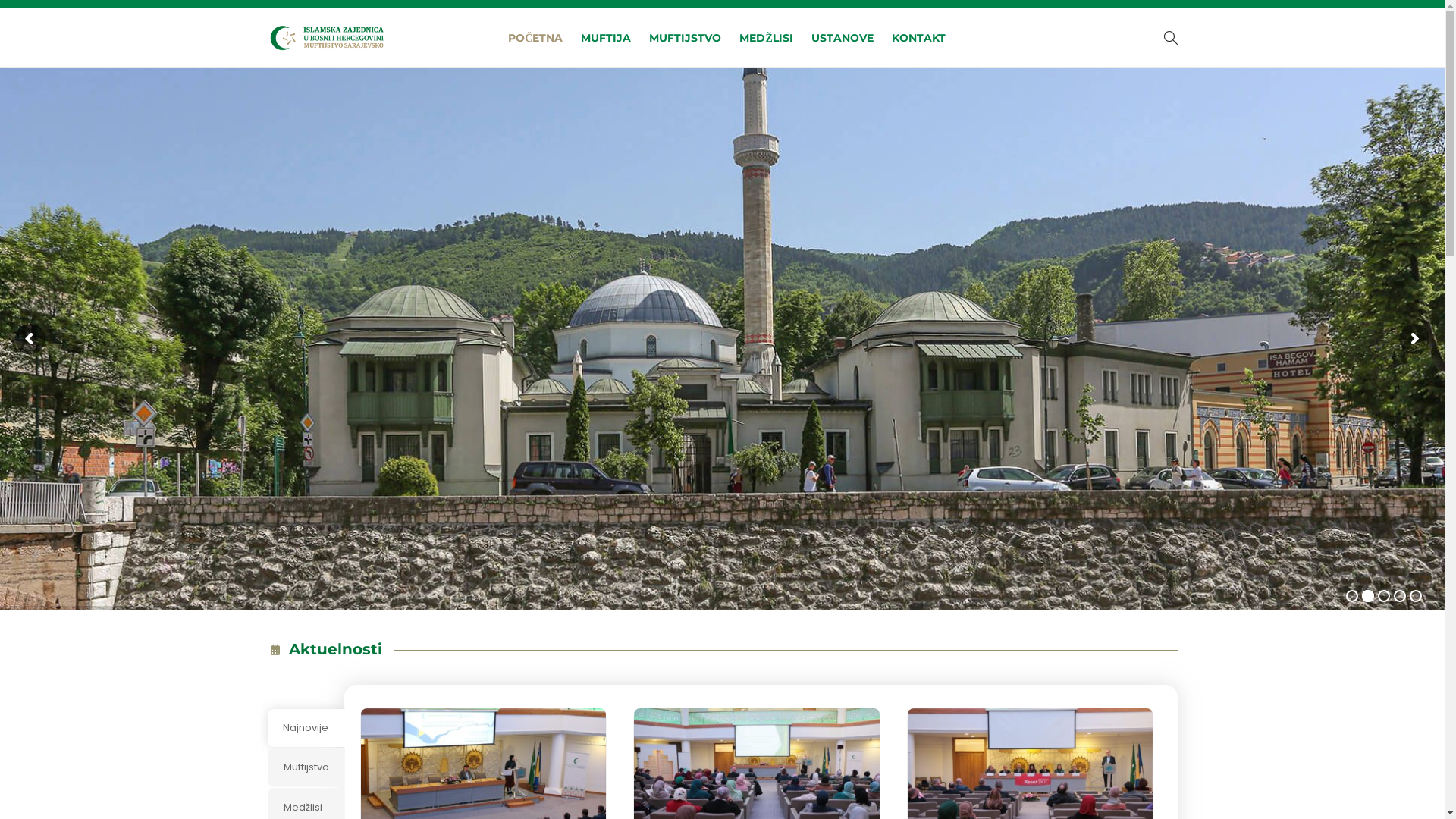  I want to click on 'KONTAKT', so click(918, 37).